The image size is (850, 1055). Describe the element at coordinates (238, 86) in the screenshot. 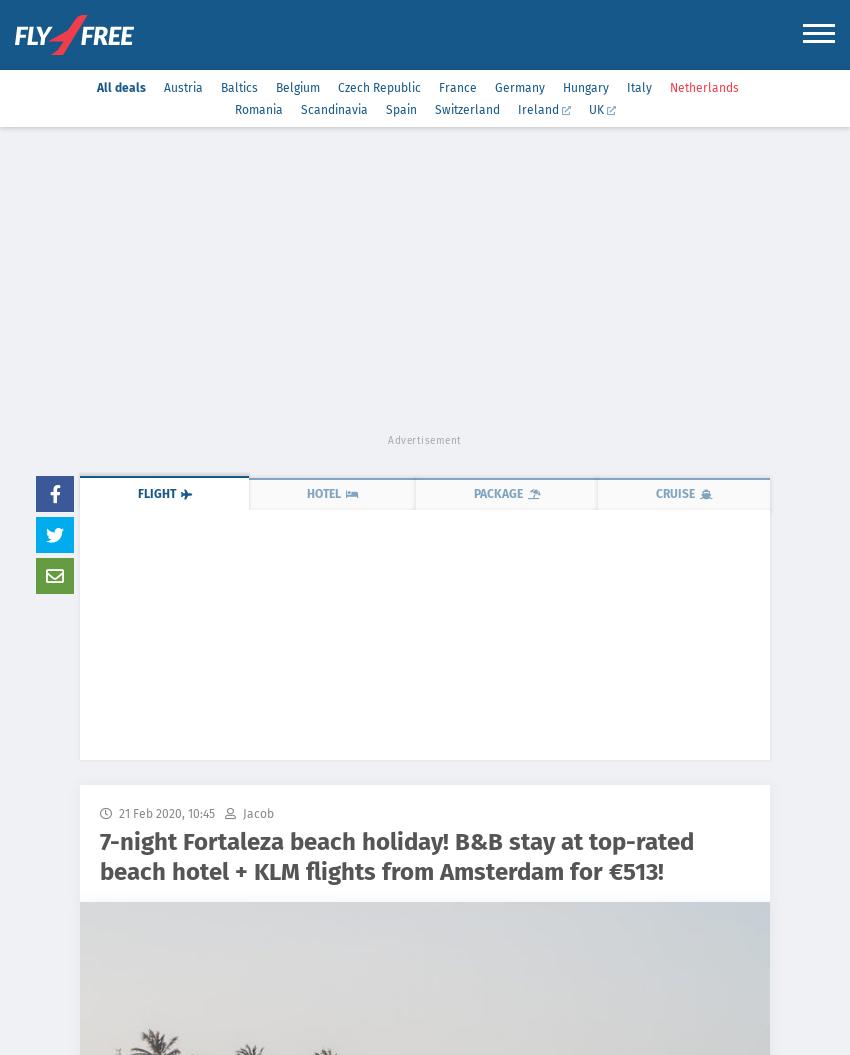

I see `'Baltics'` at that location.